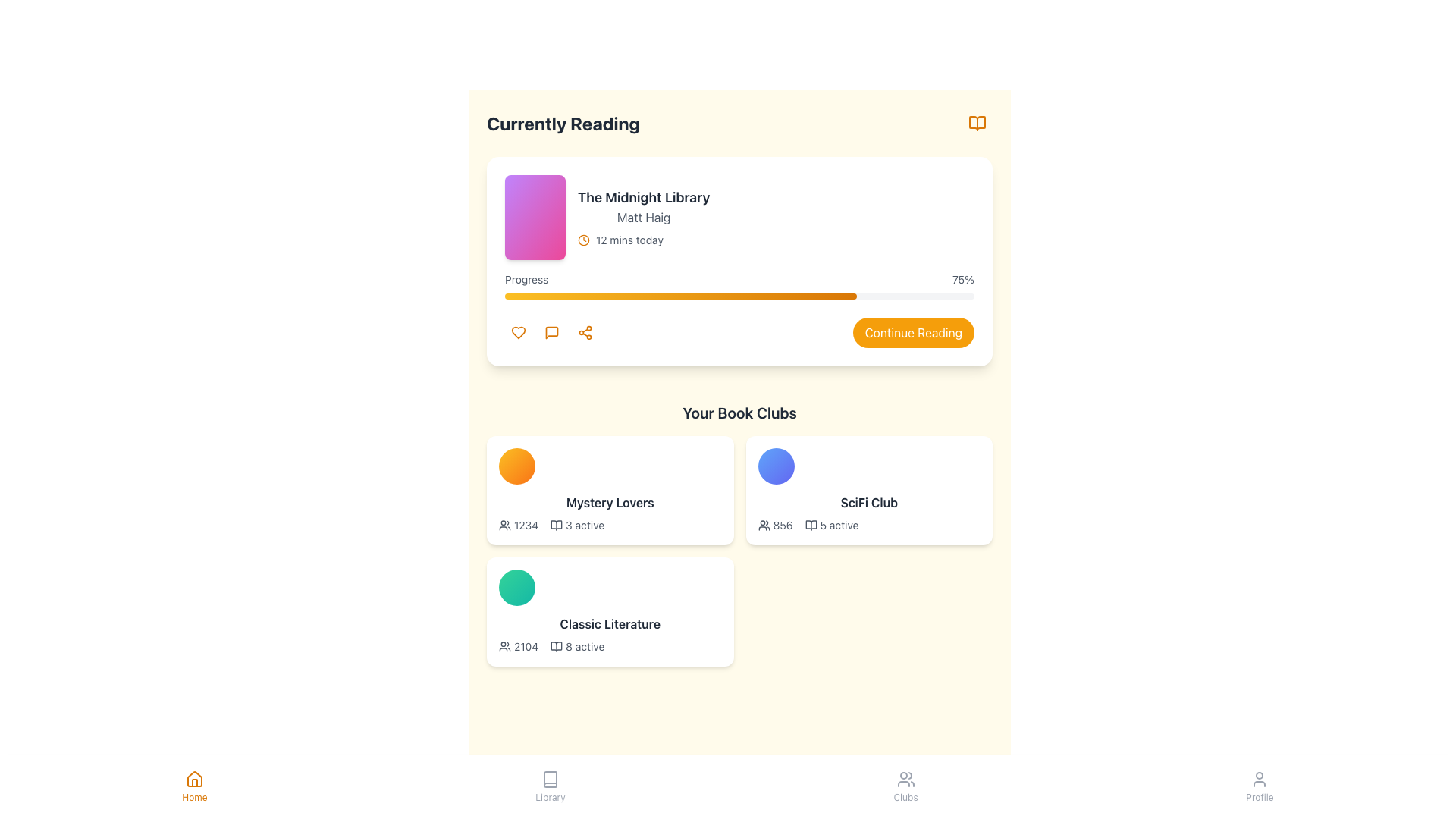 The width and height of the screenshot is (1456, 819). Describe the element at coordinates (810, 525) in the screenshot. I see `the decorative icon related to books or reading activities in the 'SciFi Club' section of 'Your Book Clubs', located to the left of the '5 active' text` at that location.